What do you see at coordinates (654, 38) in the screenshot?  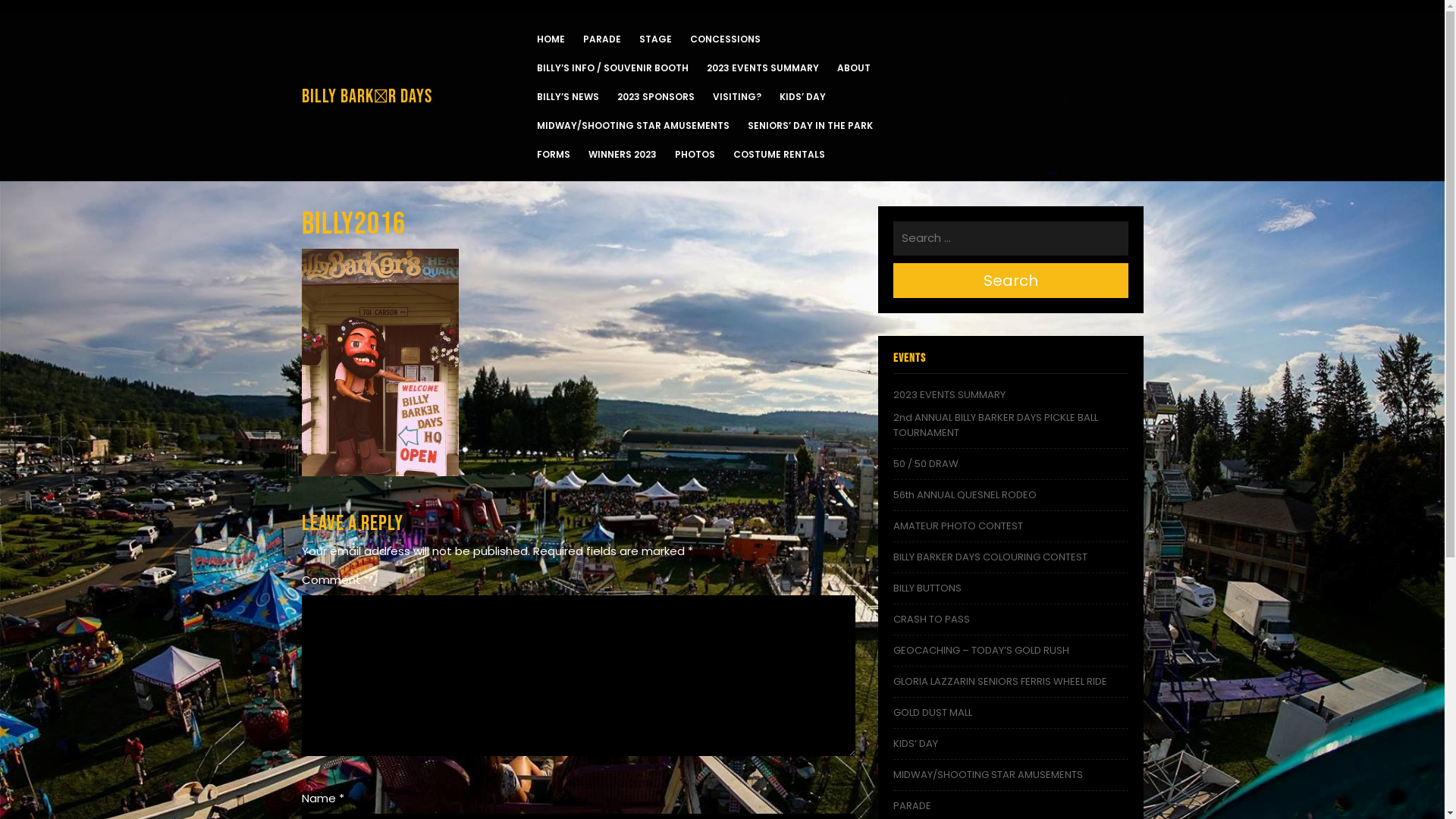 I see `'STAGE'` at bounding box center [654, 38].